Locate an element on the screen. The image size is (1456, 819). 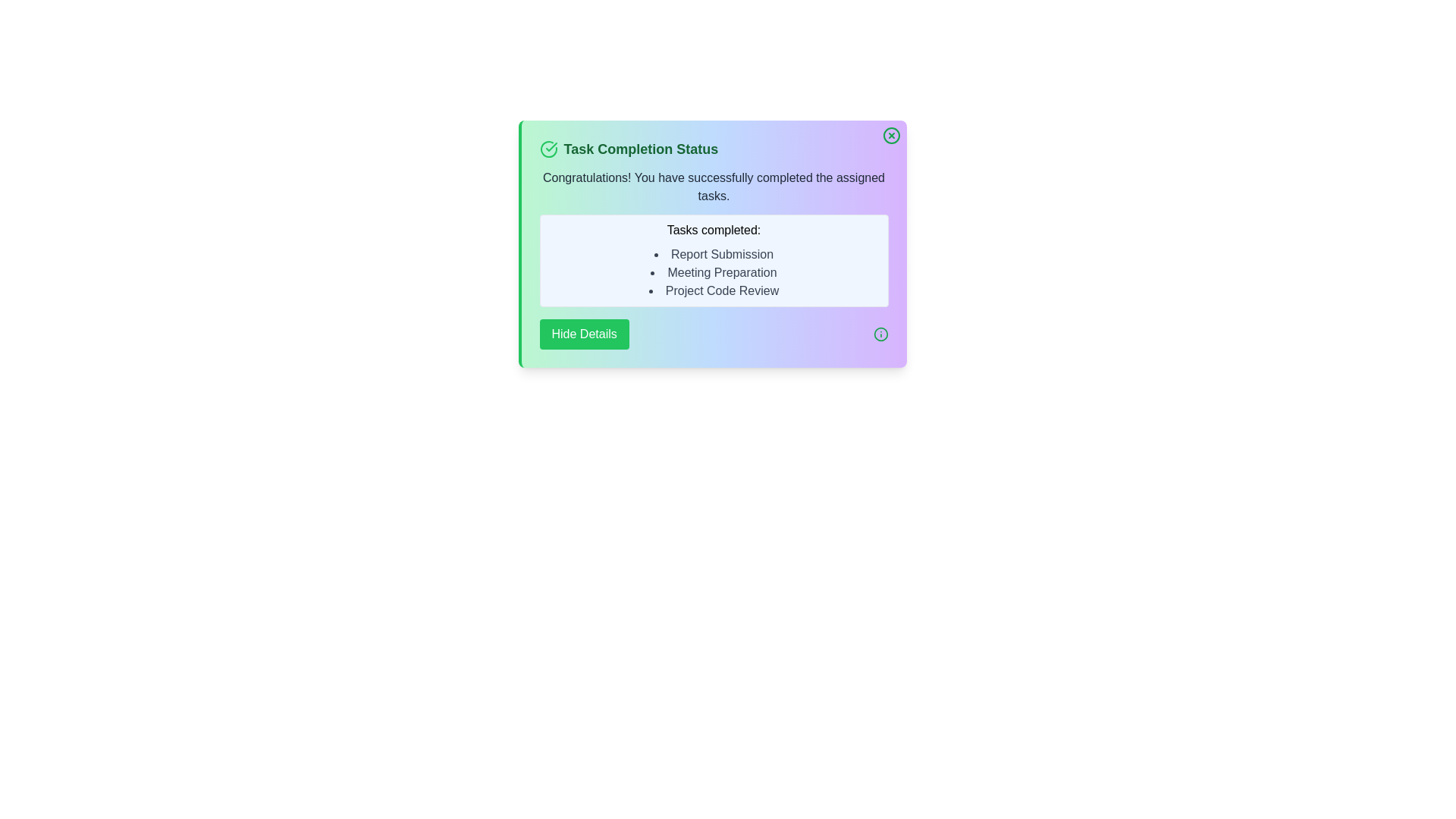
the close button to hide the alert is located at coordinates (891, 134).